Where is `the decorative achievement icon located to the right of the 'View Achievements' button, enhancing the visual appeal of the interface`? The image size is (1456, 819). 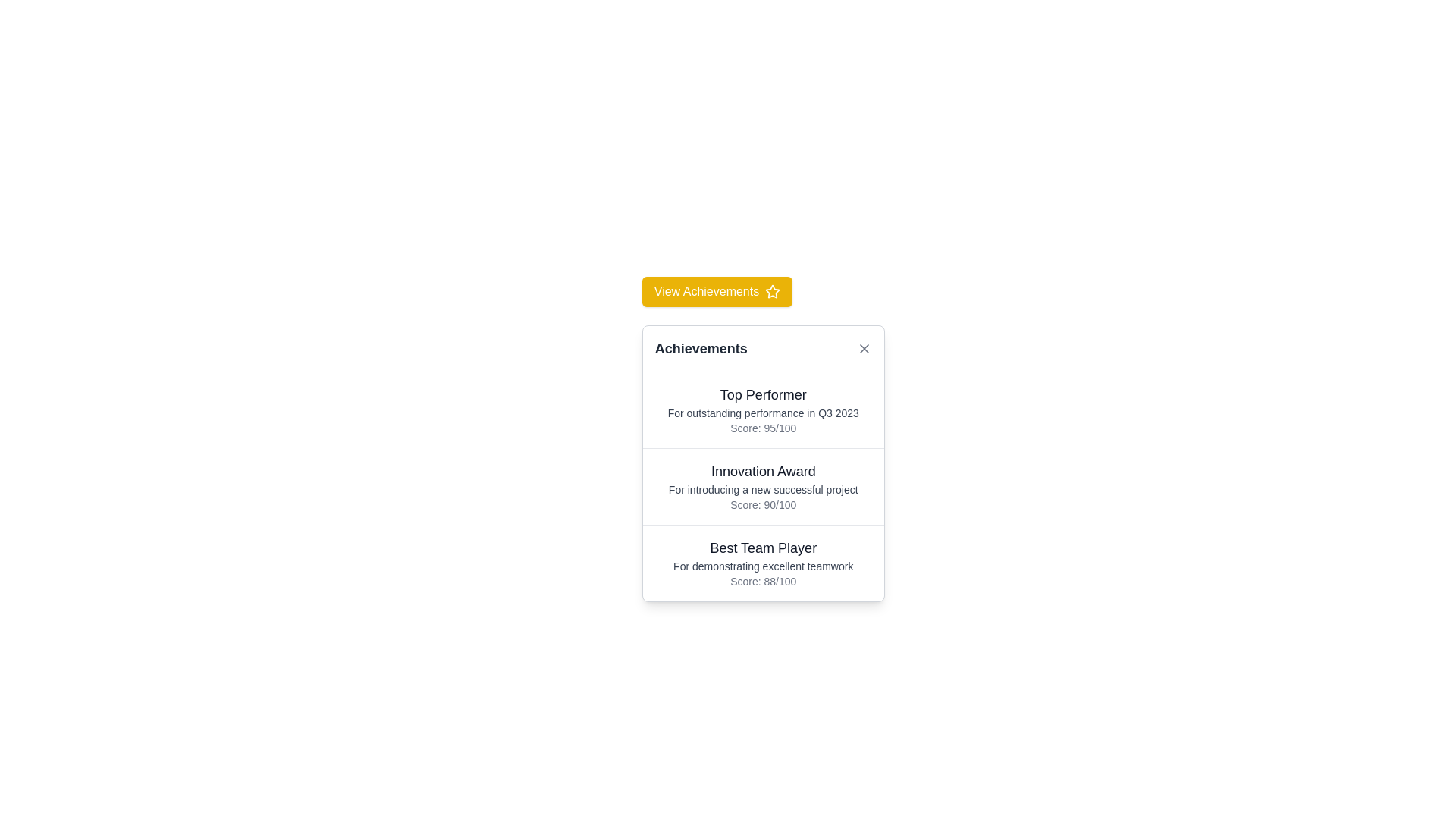 the decorative achievement icon located to the right of the 'View Achievements' button, enhancing the visual appeal of the interface is located at coordinates (773, 291).